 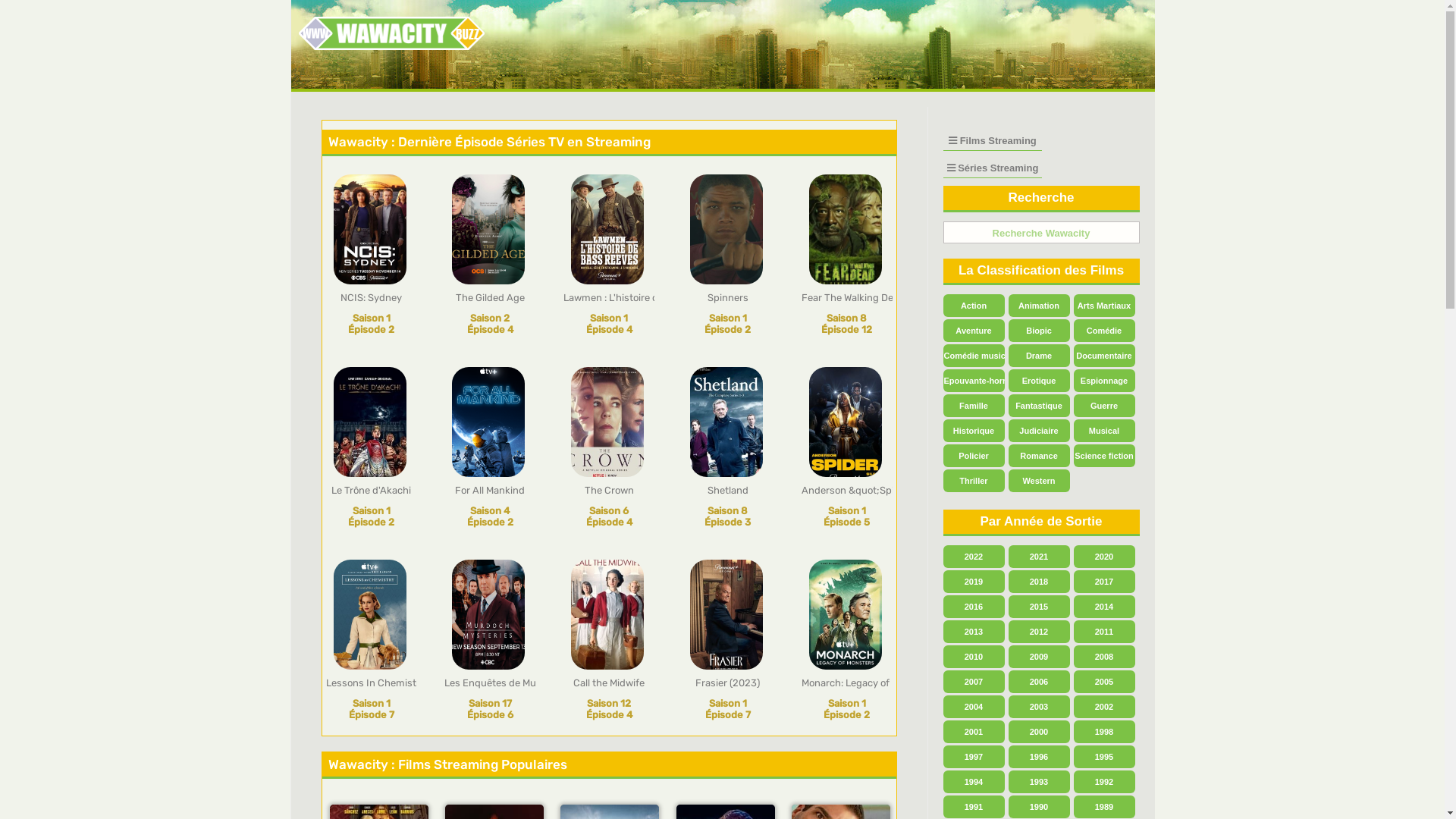 What do you see at coordinates (1038, 581) in the screenshot?
I see `'2018'` at bounding box center [1038, 581].